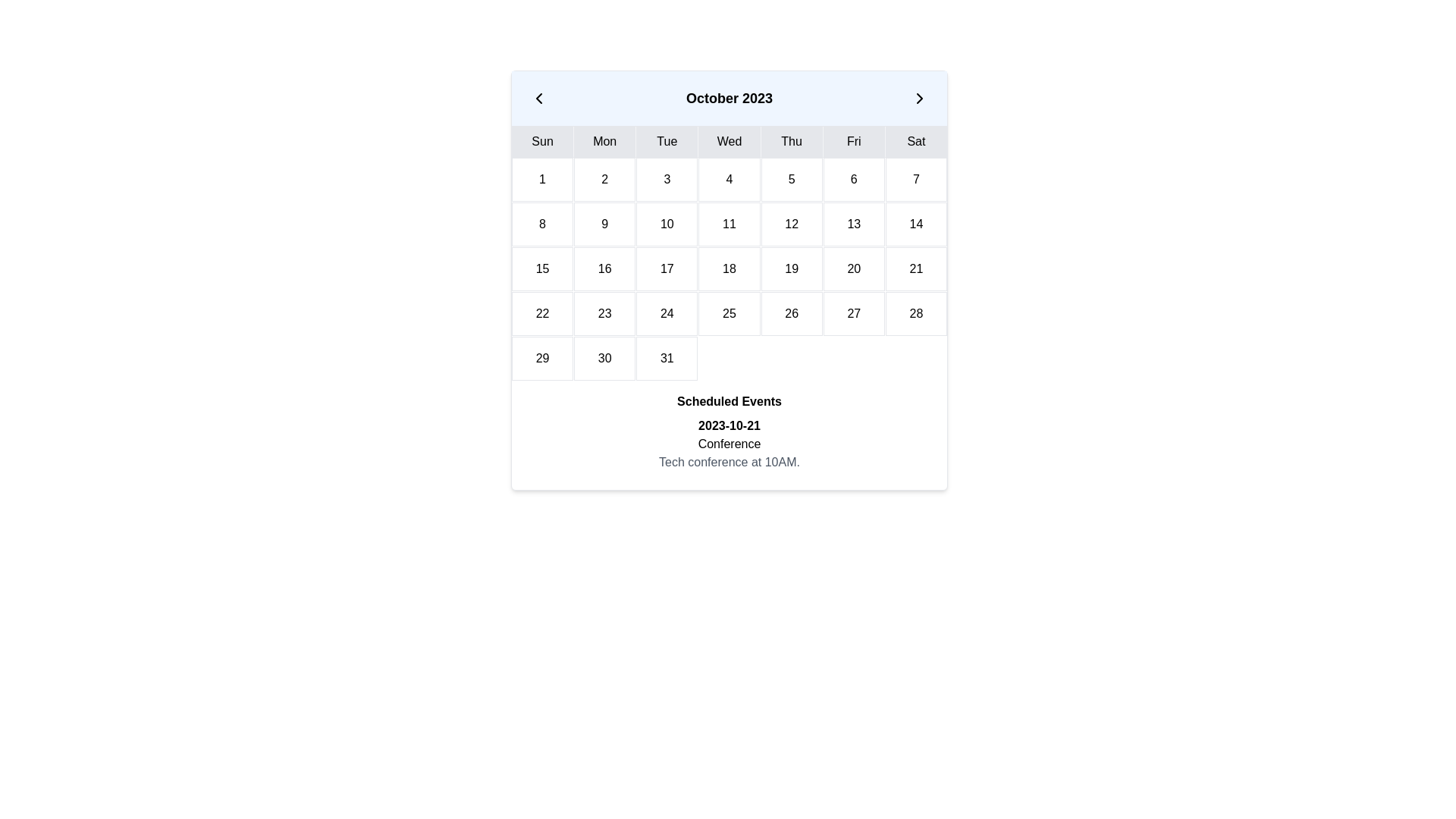 This screenshot has width=1456, height=819. I want to click on the Calendar Date Cell representing the specific day in the grid layout to trigger relevant date-related actions, so click(667, 178).